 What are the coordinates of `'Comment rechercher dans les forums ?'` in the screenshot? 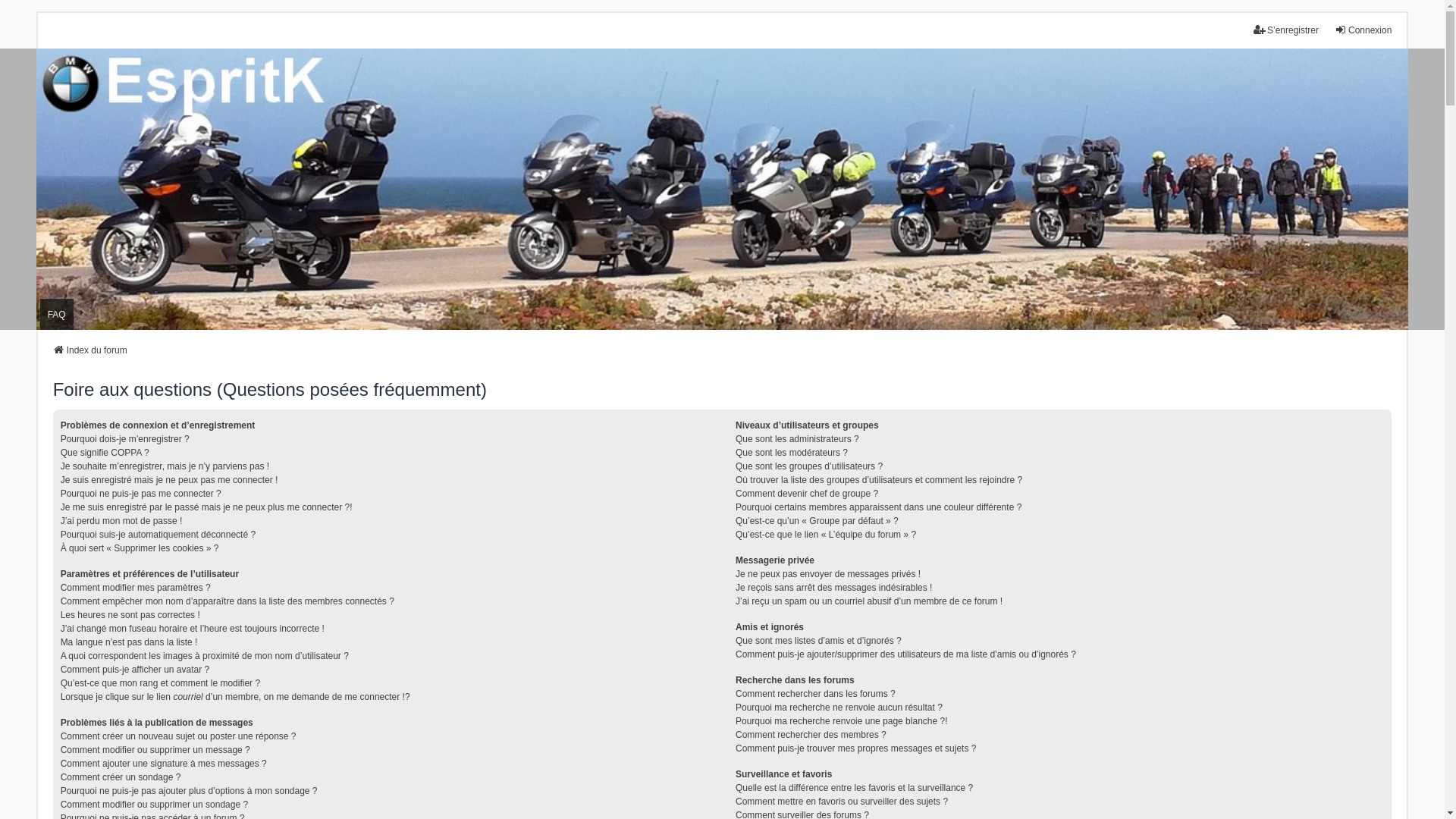 It's located at (814, 693).